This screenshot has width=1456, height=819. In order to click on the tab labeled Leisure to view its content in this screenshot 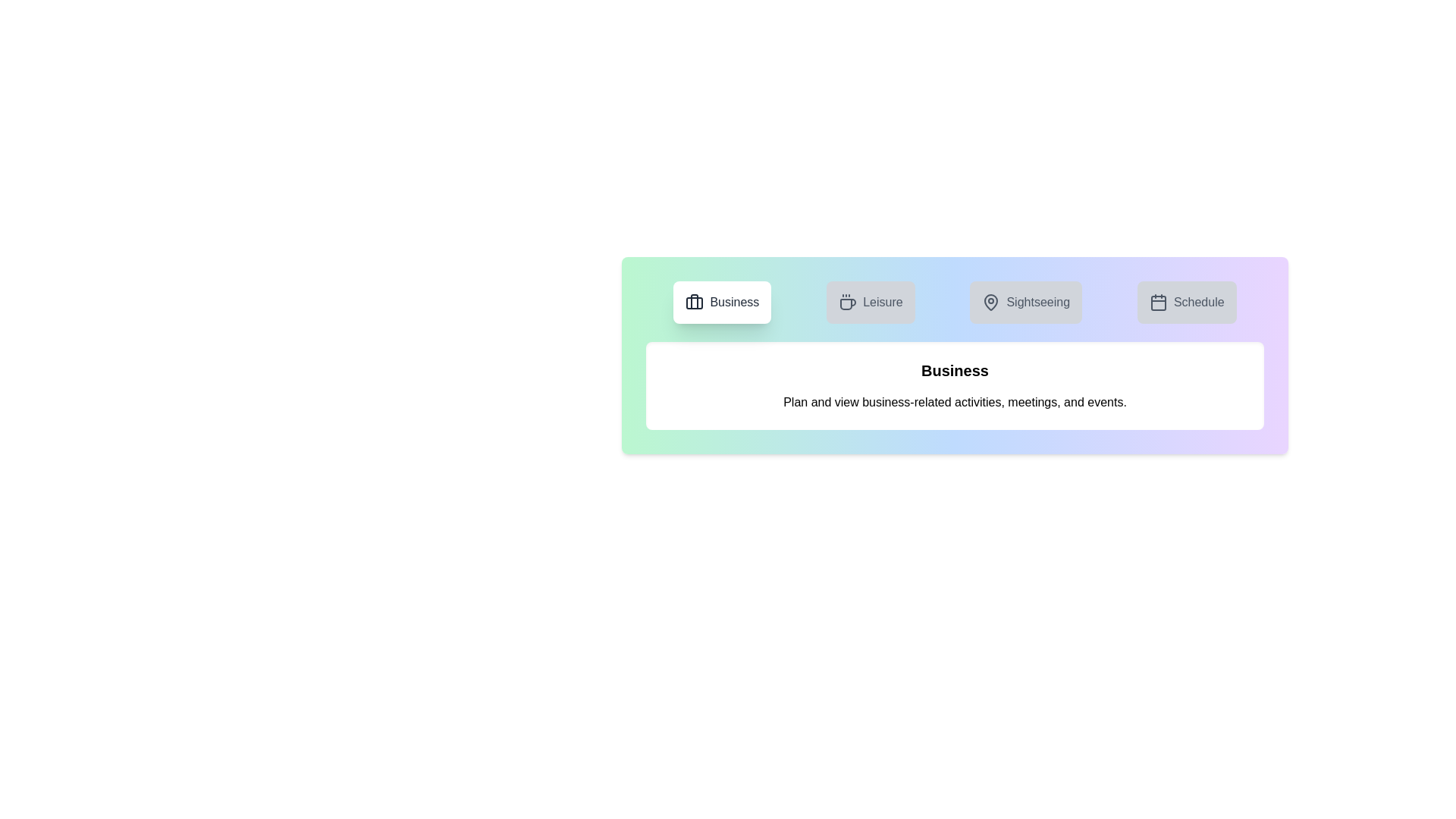, I will do `click(871, 302)`.